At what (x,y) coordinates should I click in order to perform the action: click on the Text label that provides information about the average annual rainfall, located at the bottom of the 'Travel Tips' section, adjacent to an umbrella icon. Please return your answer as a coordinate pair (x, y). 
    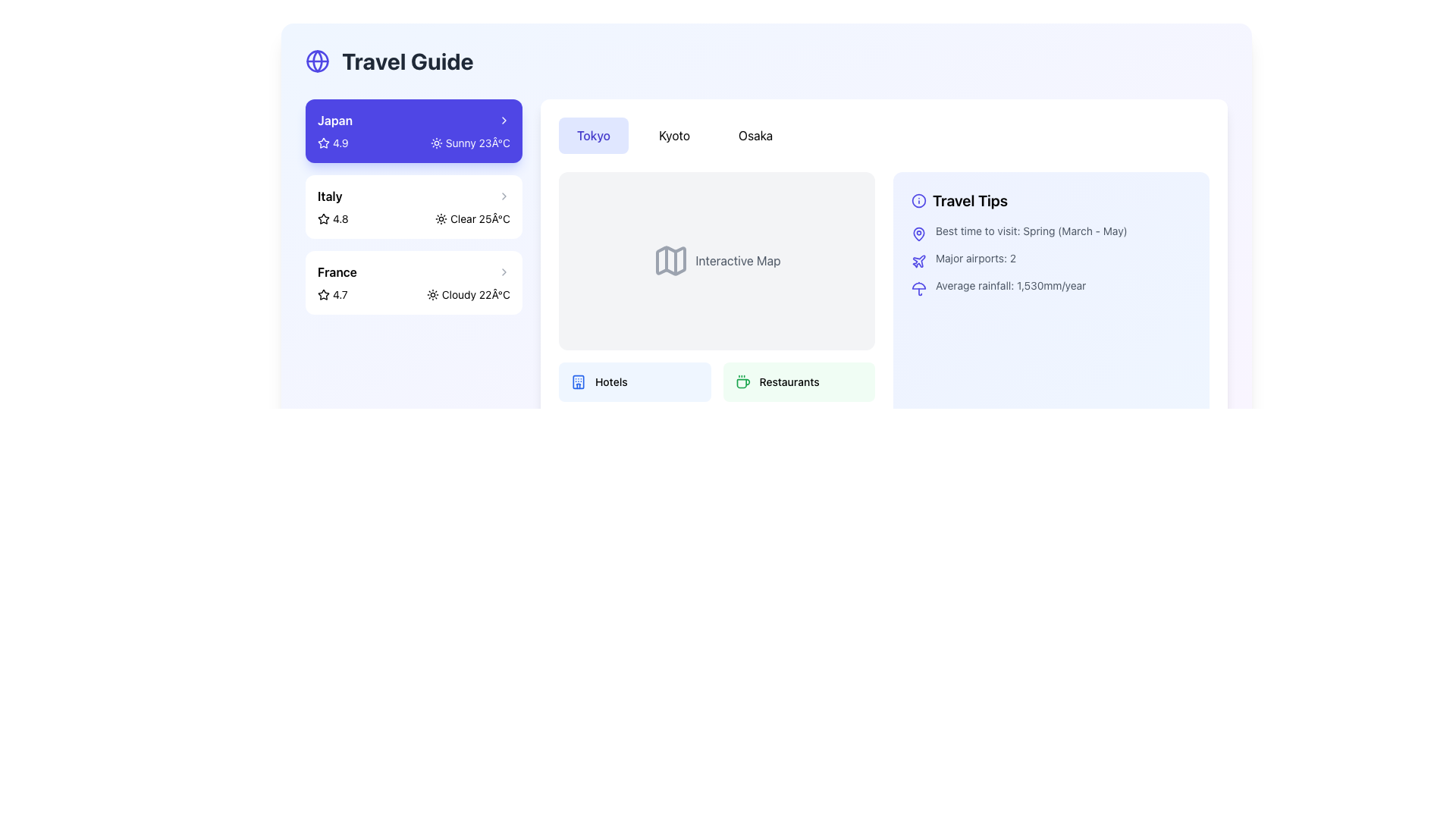
    Looking at the image, I should click on (1011, 286).